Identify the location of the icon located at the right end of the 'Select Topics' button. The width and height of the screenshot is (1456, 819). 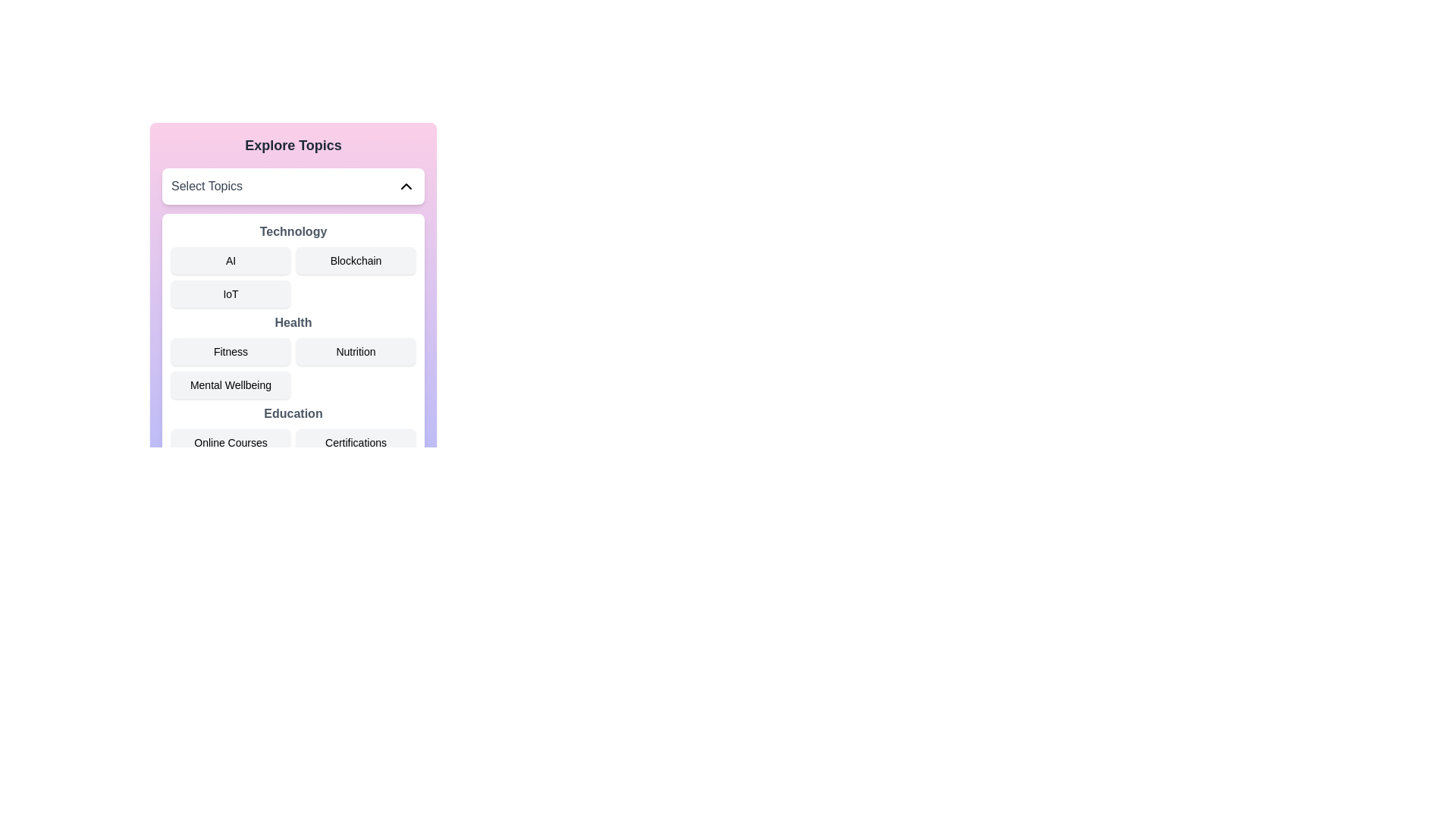
(406, 186).